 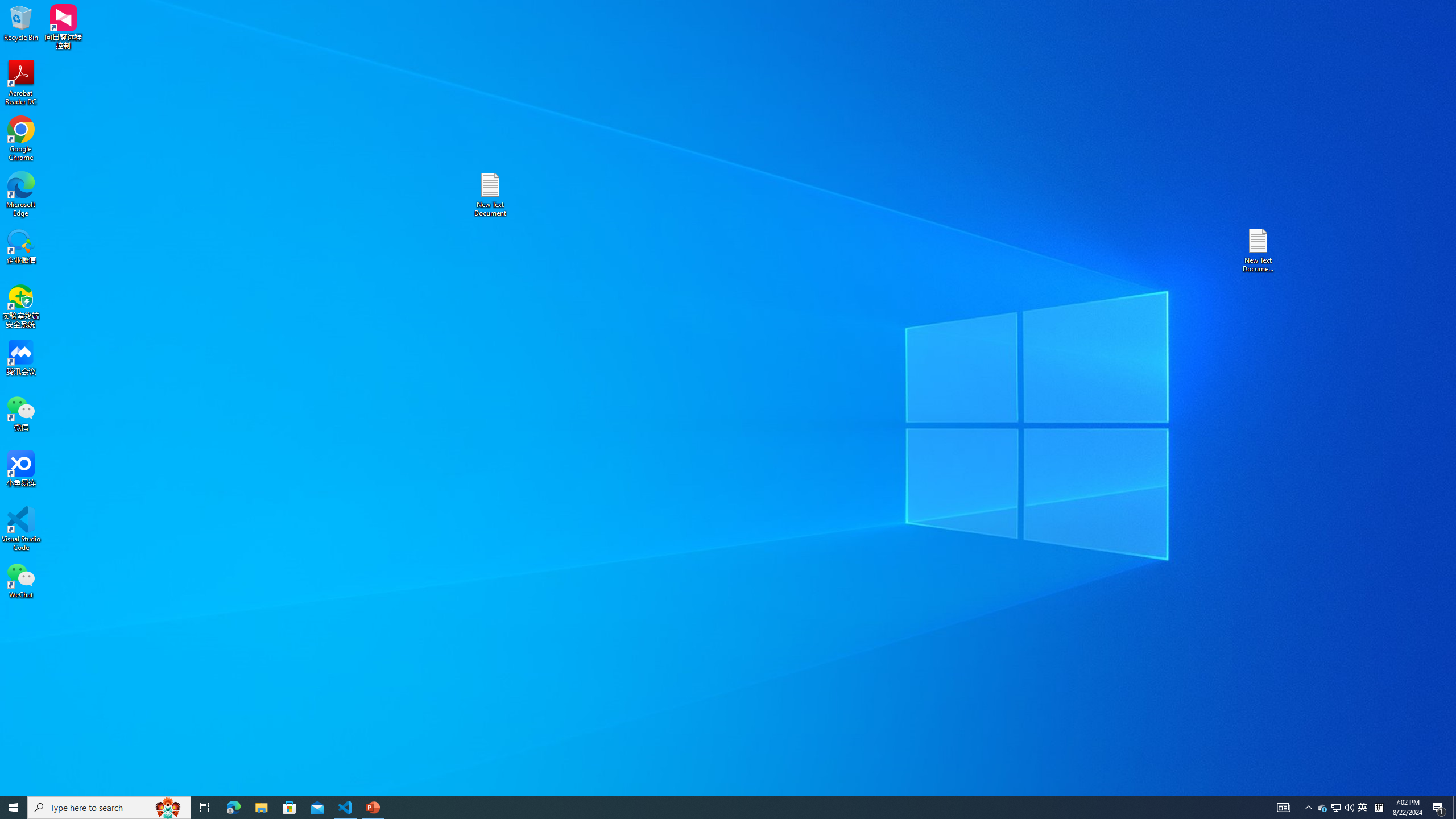 What do you see at coordinates (20, 139) in the screenshot?
I see `'Google Chrome'` at bounding box center [20, 139].